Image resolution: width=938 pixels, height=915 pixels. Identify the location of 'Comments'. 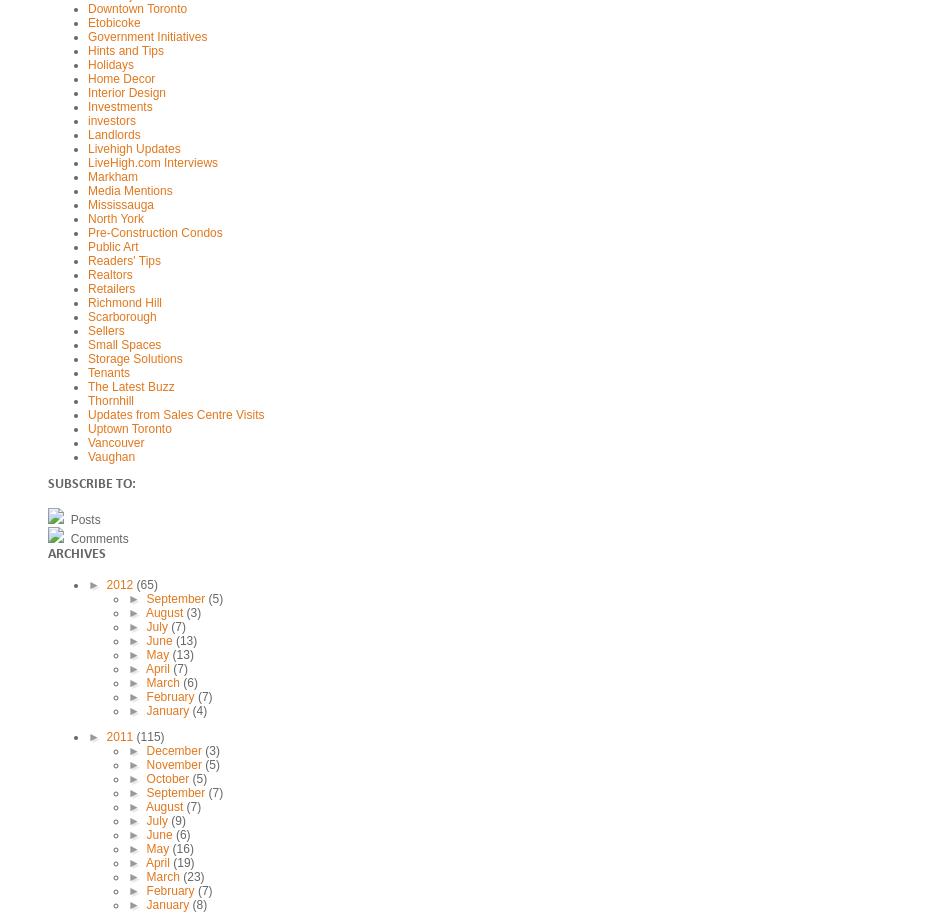
(97, 538).